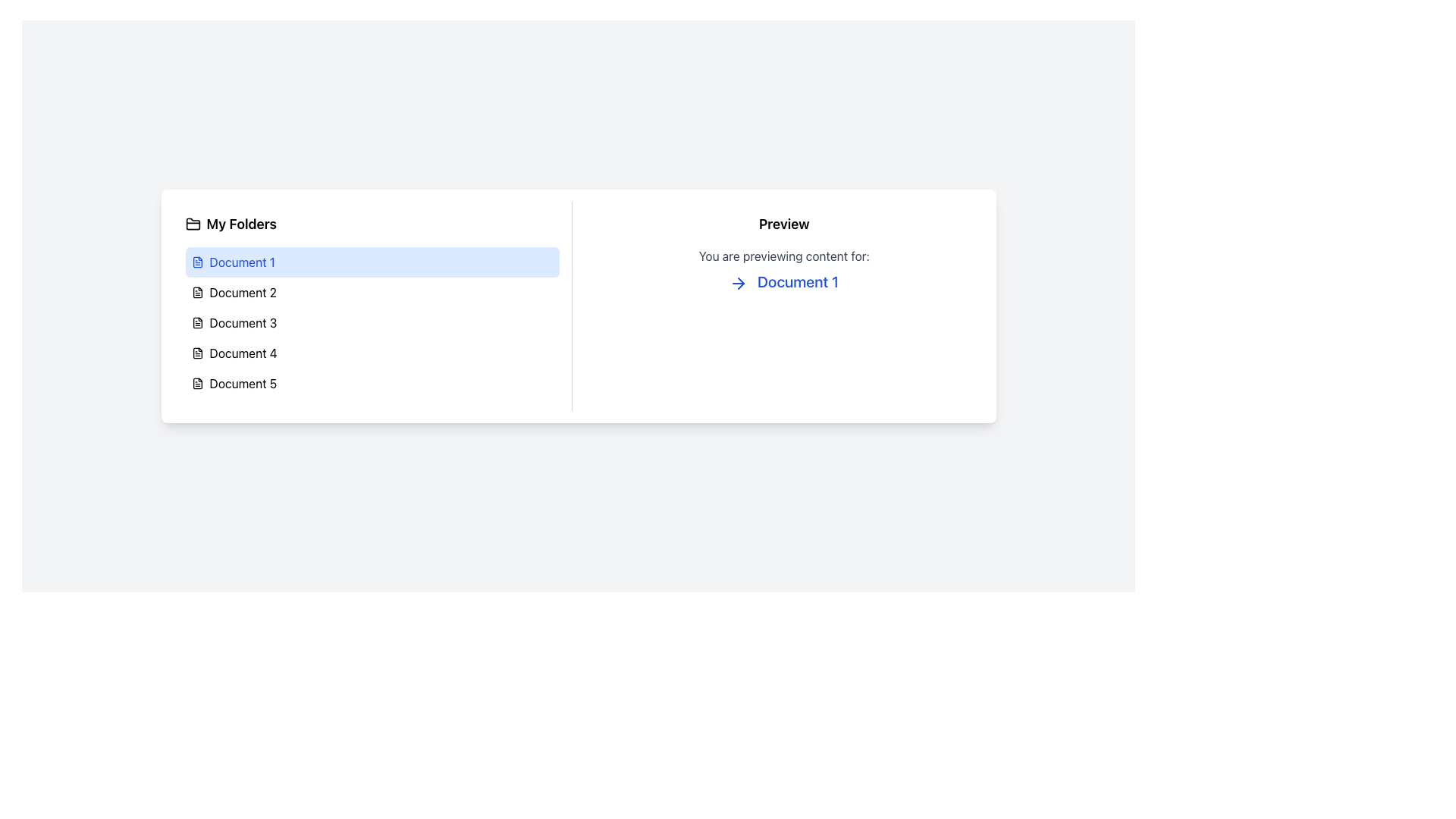 The image size is (1456, 819). I want to click on the small file icon representing the document, located to the immediate left of the text 'Document 5', which is the fifth item in the list, so click(196, 382).